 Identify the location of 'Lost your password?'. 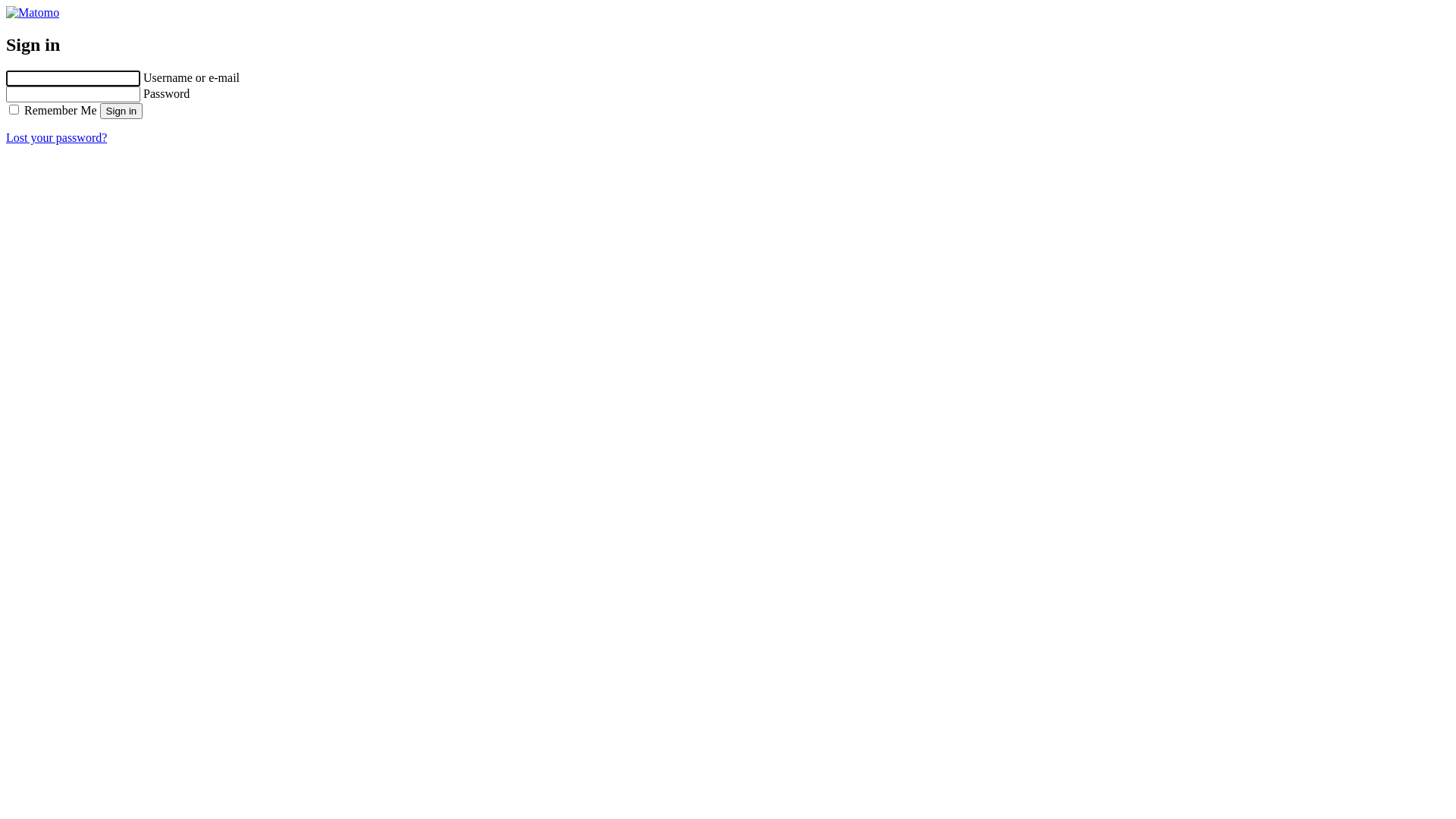
(56, 137).